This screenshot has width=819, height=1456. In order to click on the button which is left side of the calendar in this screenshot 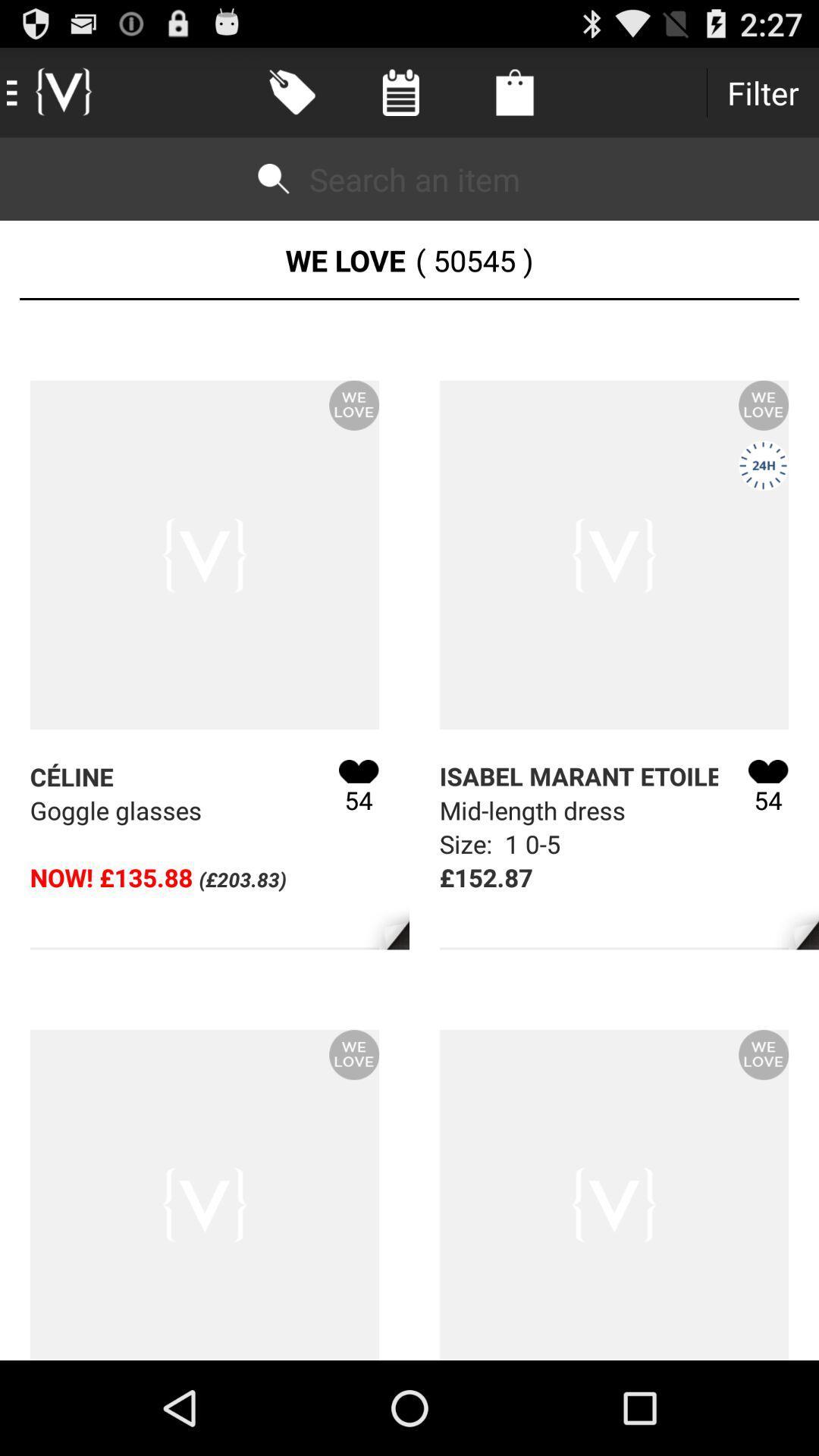, I will do `click(292, 91)`.